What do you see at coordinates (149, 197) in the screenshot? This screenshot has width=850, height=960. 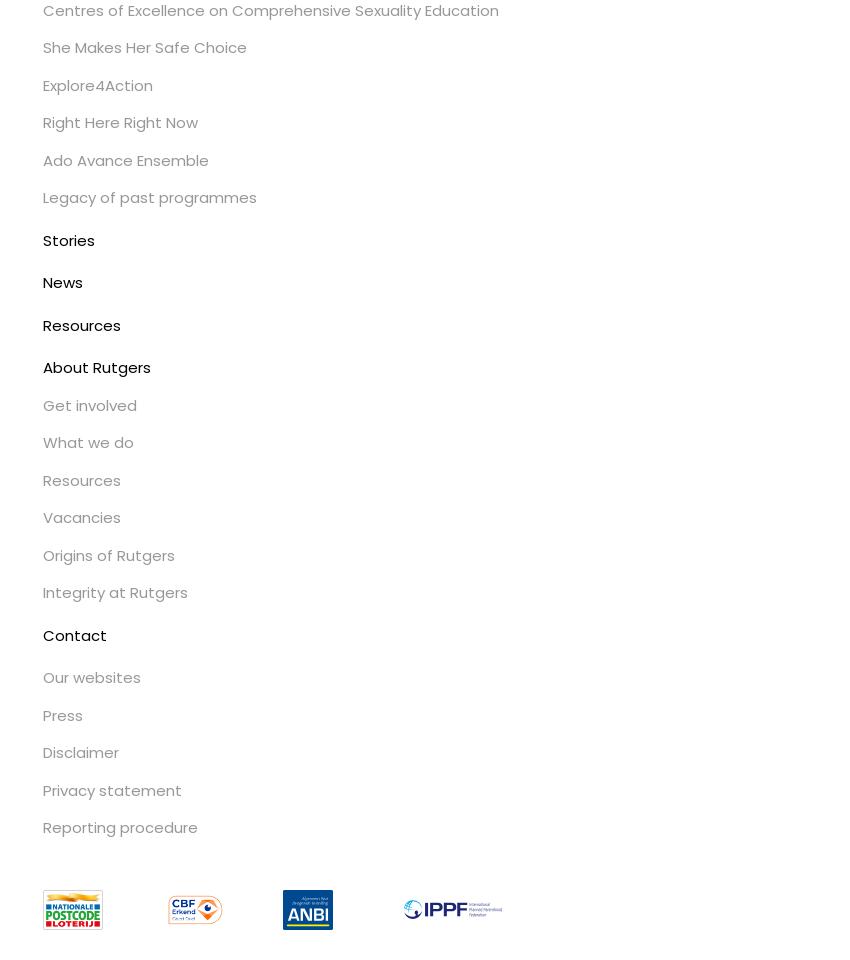 I see `'Legacy of past programmes'` at bounding box center [149, 197].